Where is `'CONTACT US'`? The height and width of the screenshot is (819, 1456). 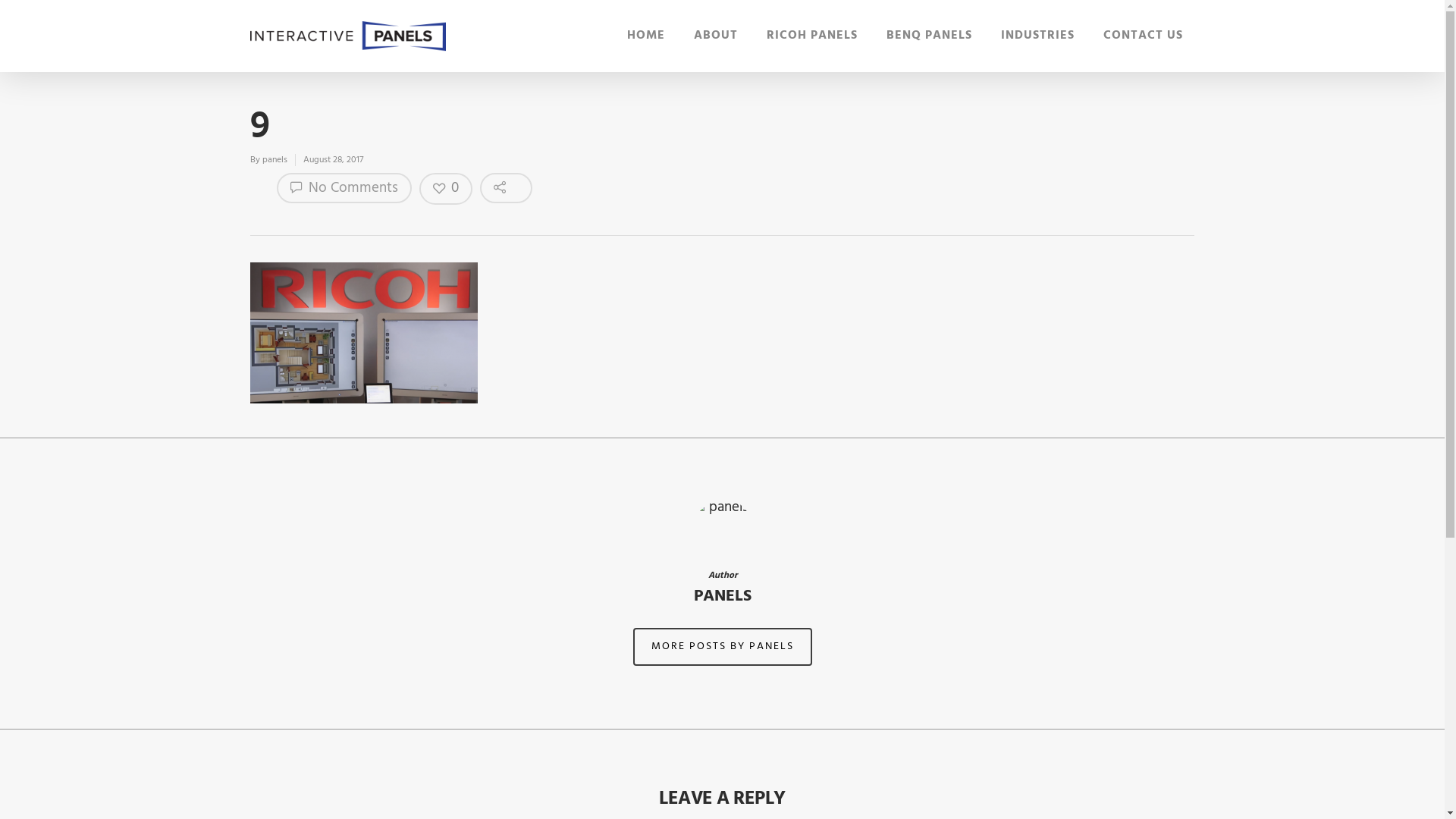 'CONTACT US' is located at coordinates (1103, 38).